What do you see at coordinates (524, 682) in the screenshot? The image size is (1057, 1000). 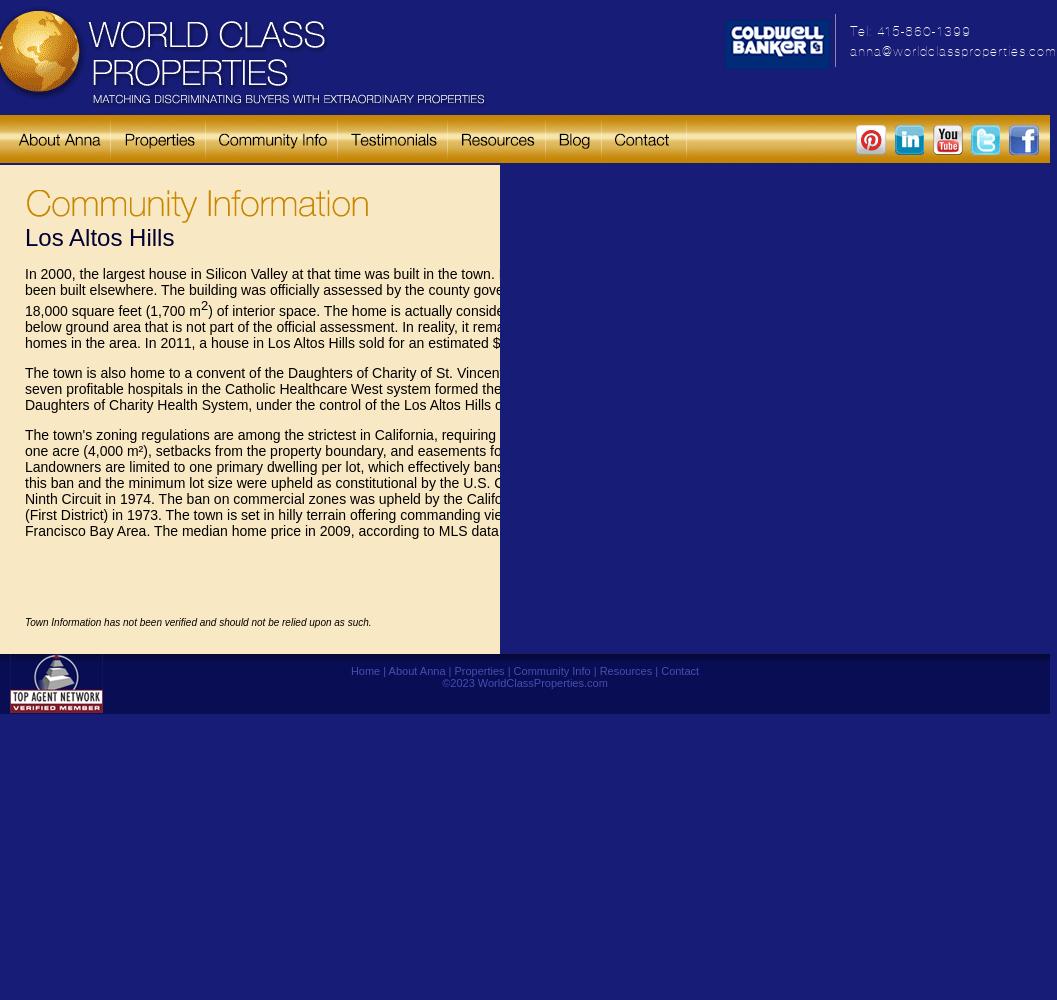 I see `'©2023 WorldClassProperties.com'` at bounding box center [524, 682].